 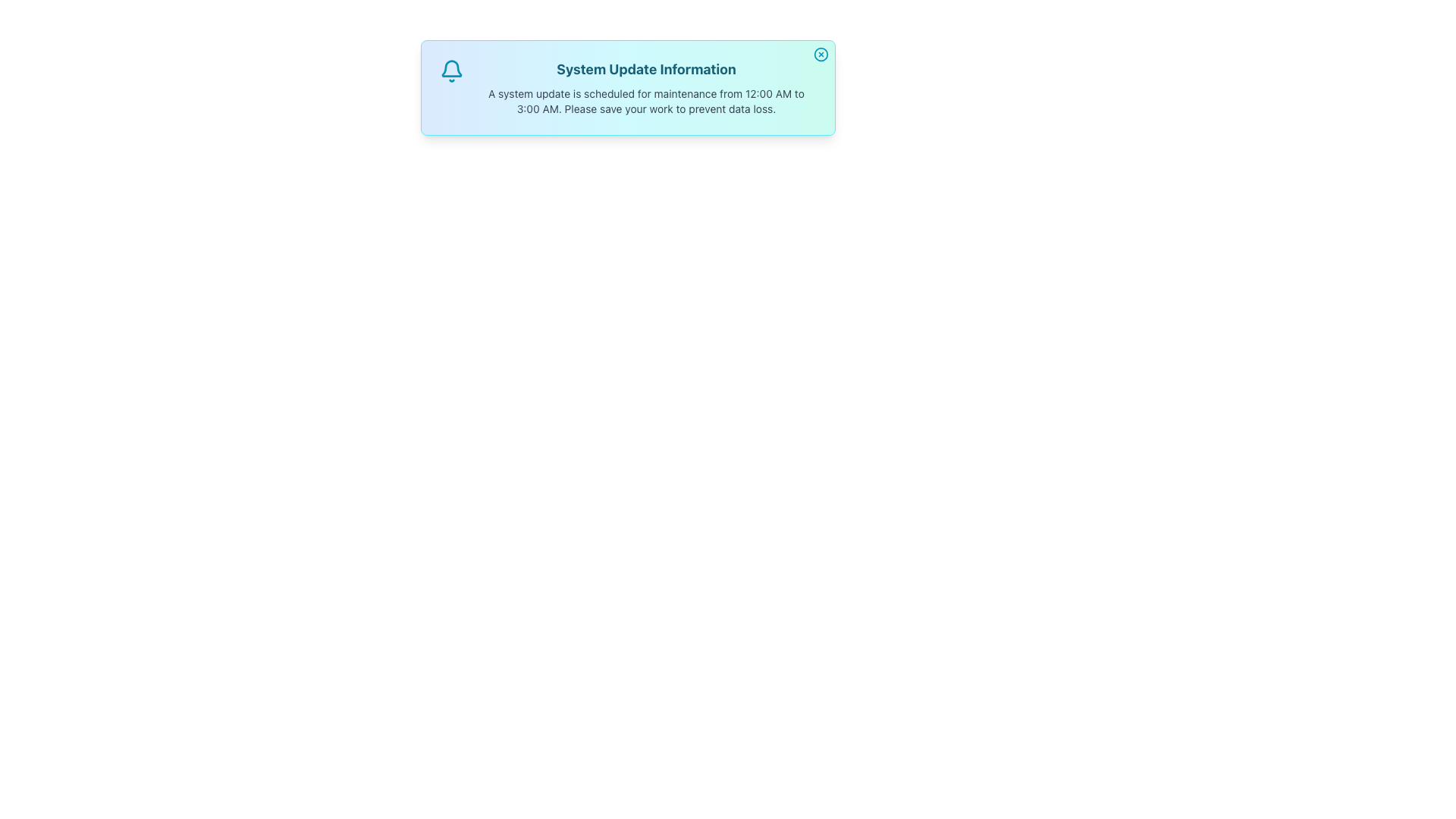 I want to click on the Informational Text Block that provides crucial information about the scheduled system update, including the heading 'System Update Information', so click(x=646, y=87).